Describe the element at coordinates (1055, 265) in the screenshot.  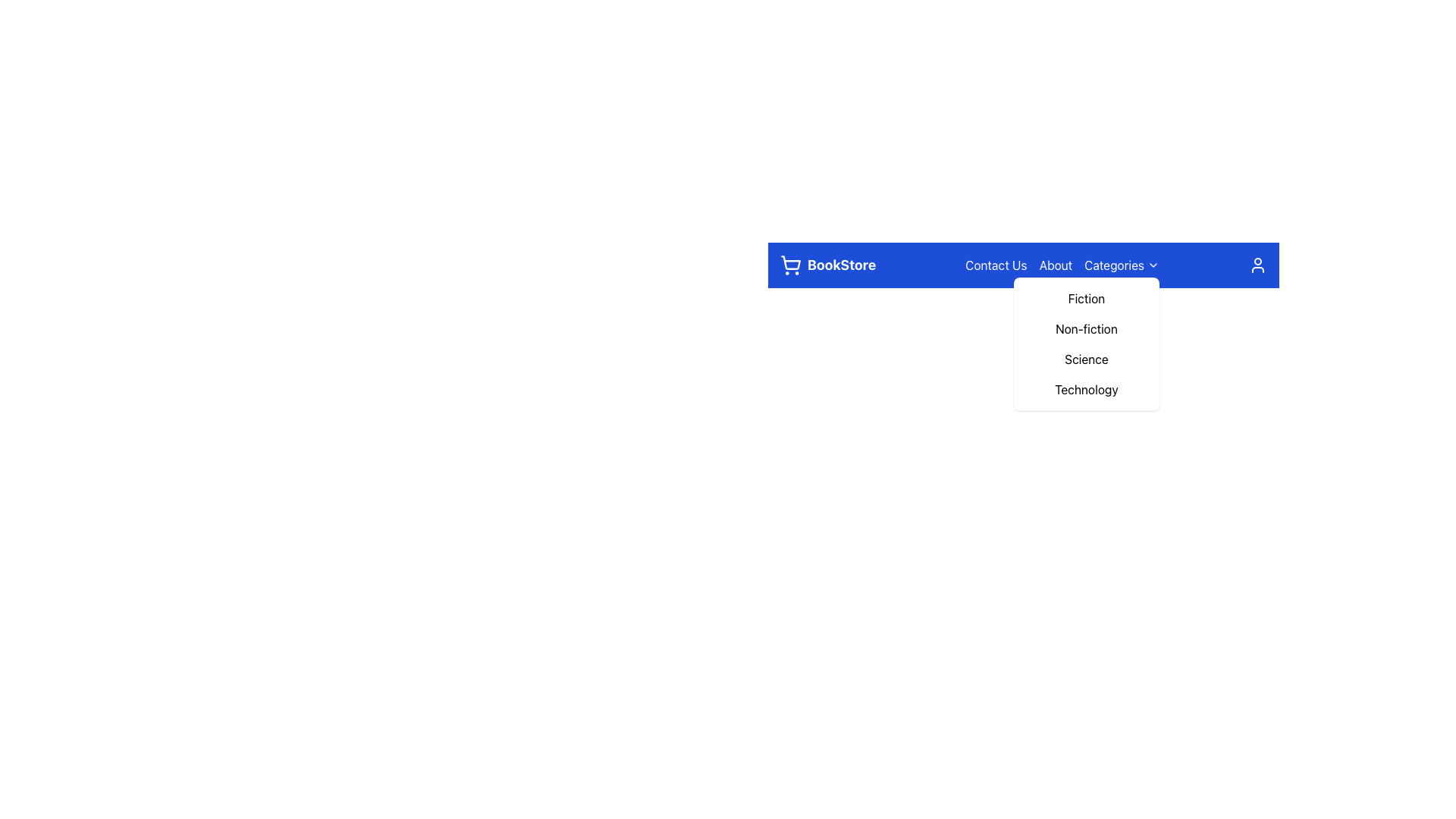
I see `the 'About' text link in the navigation bar to possibly see additional information` at that location.